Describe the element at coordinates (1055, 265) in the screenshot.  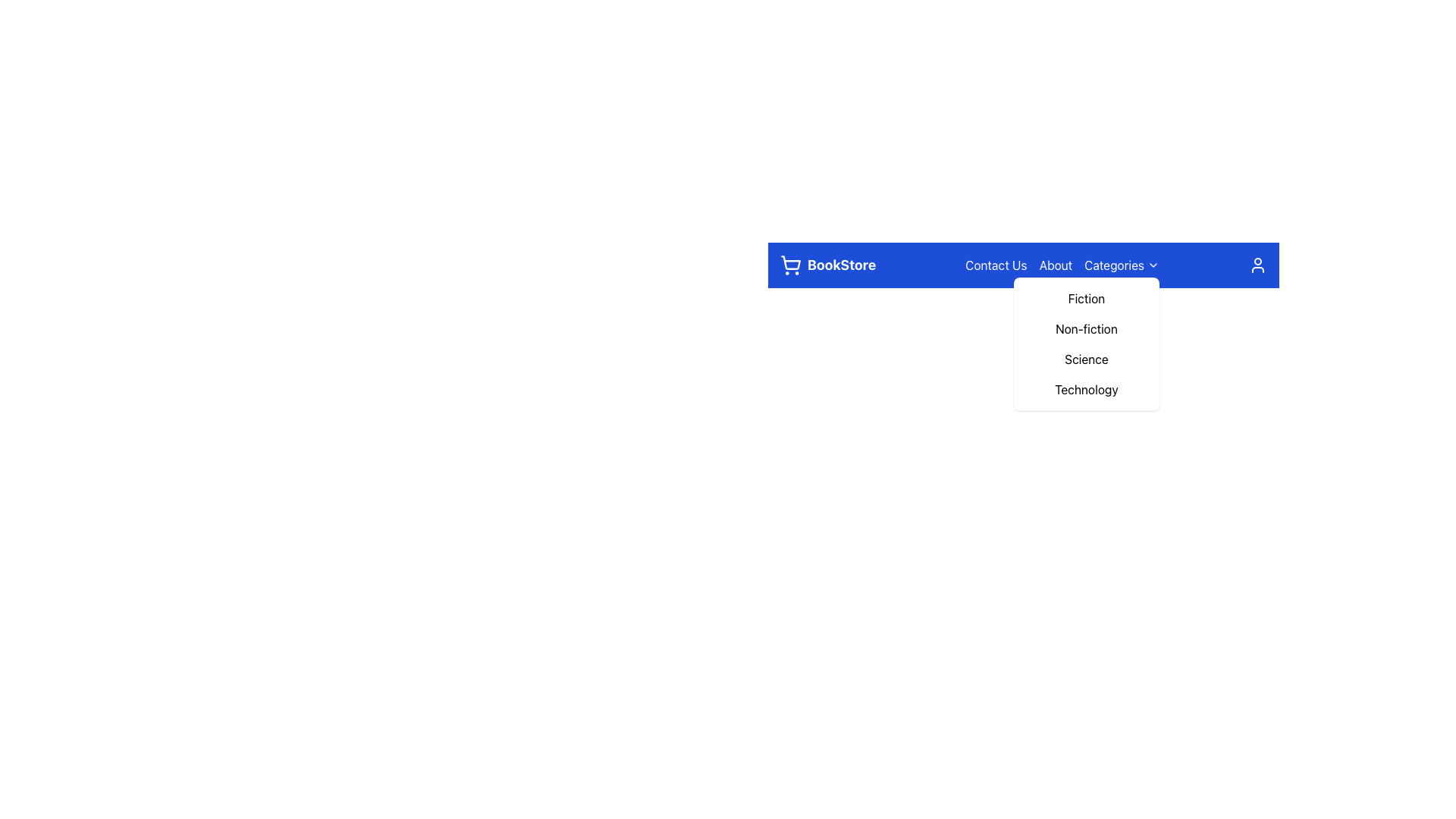
I see `the 'About' text link in the navigation bar to possibly see additional information` at that location.